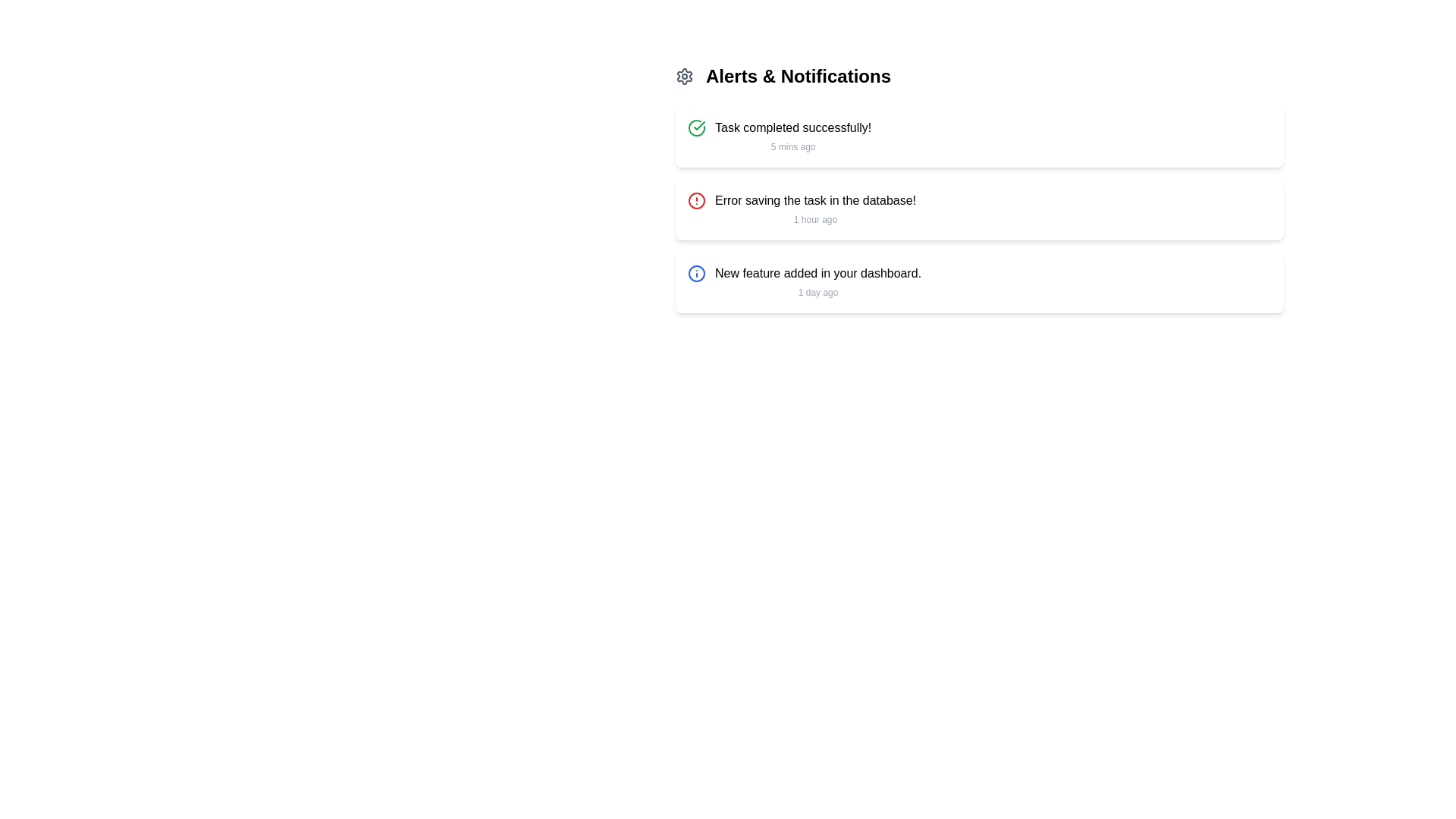  What do you see at coordinates (979, 210) in the screenshot?
I see `the second notification block in the 'Alerts & Notifications' section` at bounding box center [979, 210].